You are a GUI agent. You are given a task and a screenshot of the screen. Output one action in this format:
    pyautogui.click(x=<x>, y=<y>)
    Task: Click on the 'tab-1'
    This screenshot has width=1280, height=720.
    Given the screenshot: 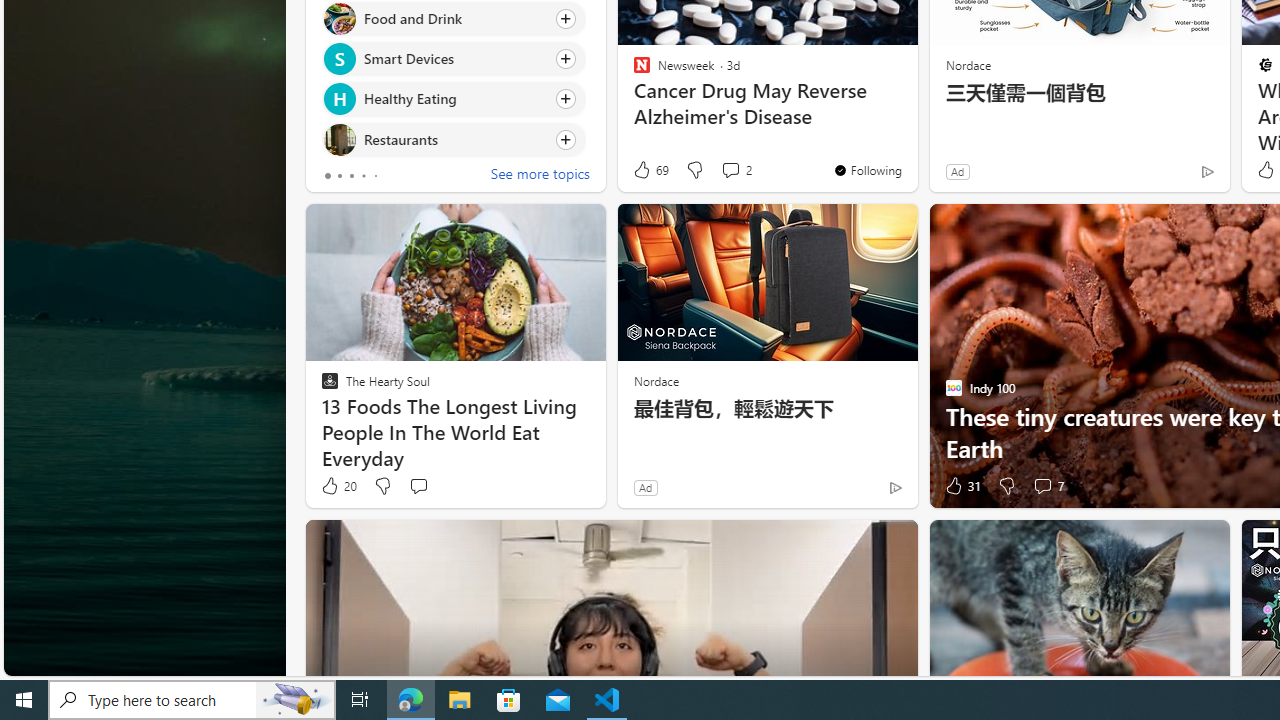 What is the action you would take?
    pyautogui.click(x=339, y=175)
    